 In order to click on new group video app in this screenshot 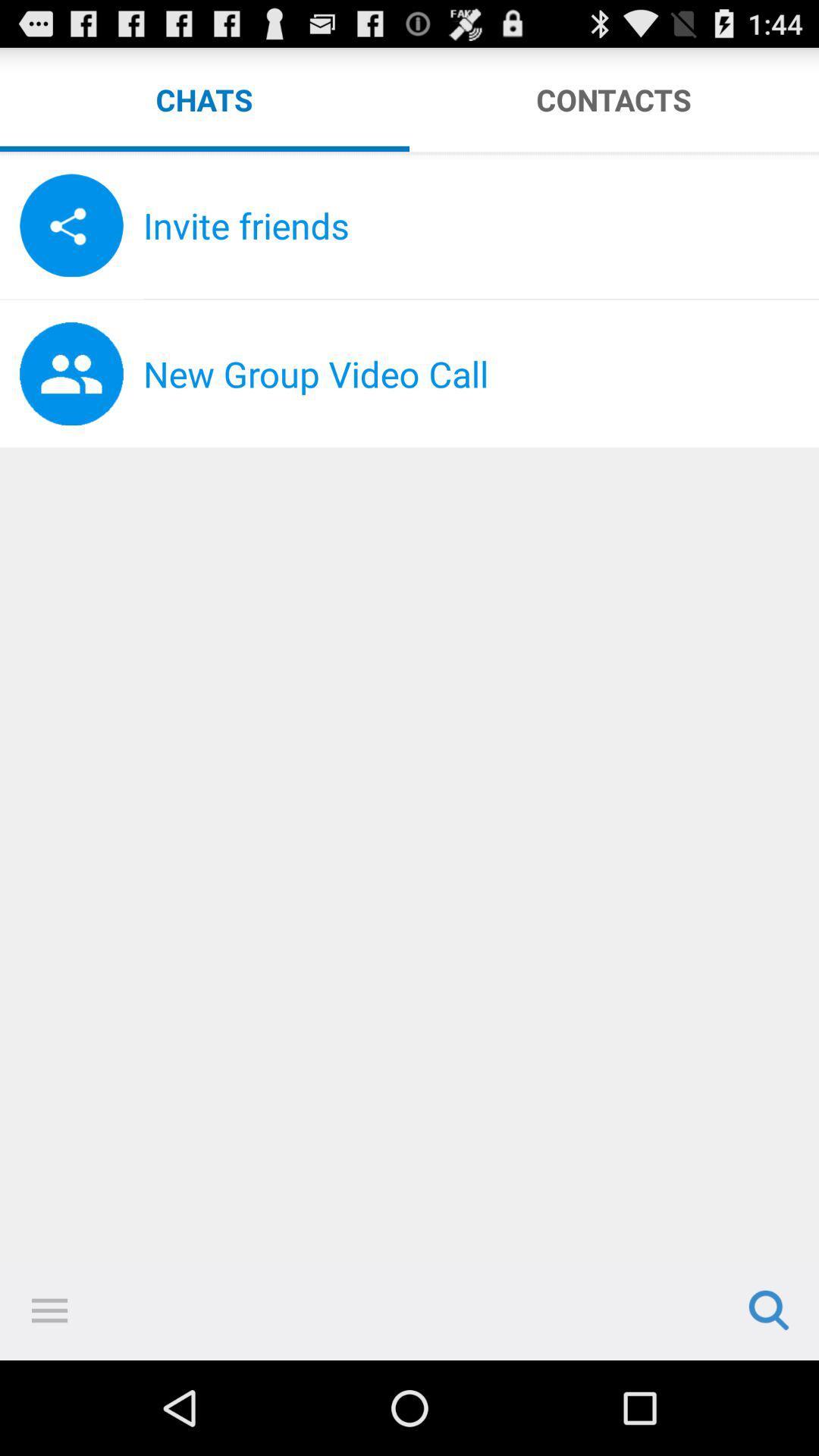, I will do `click(481, 374)`.